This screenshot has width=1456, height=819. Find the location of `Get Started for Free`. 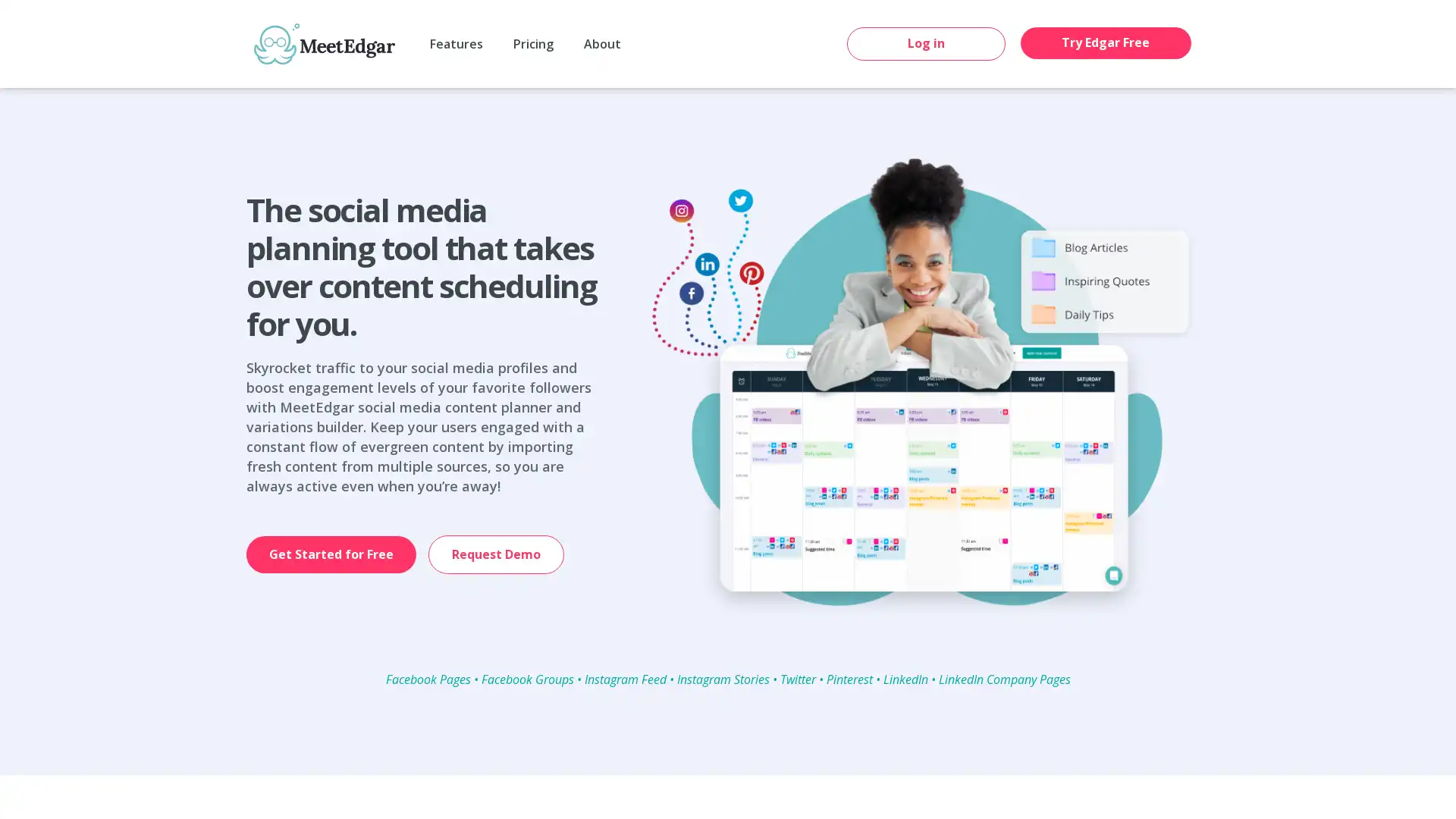

Get Started for Free is located at coordinates (330, 554).